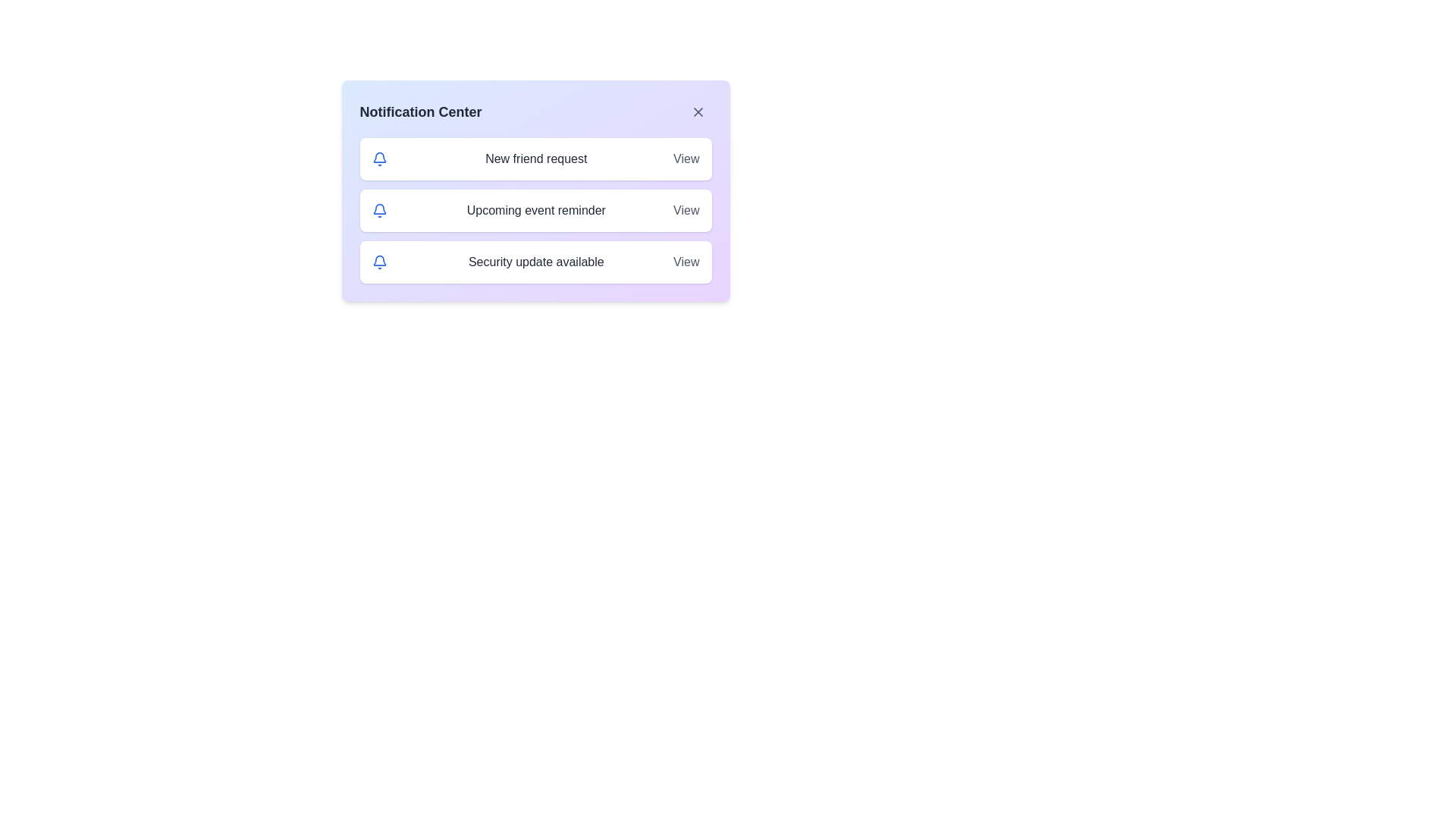  Describe the element at coordinates (697, 111) in the screenshot. I see `the close button (X) of the Notification Center` at that location.